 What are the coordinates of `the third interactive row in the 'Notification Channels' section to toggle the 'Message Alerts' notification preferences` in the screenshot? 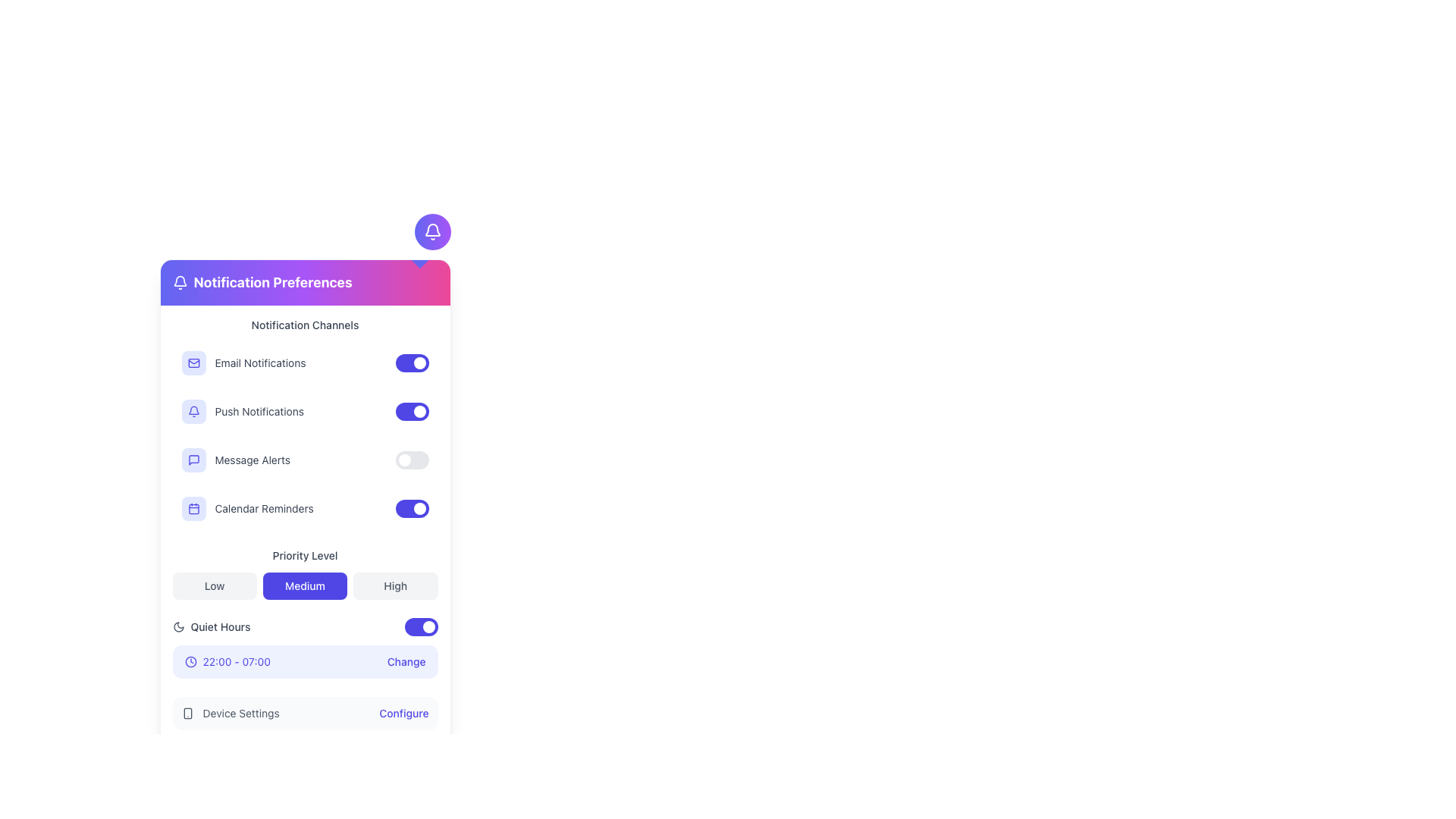 It's located at (304, 459).